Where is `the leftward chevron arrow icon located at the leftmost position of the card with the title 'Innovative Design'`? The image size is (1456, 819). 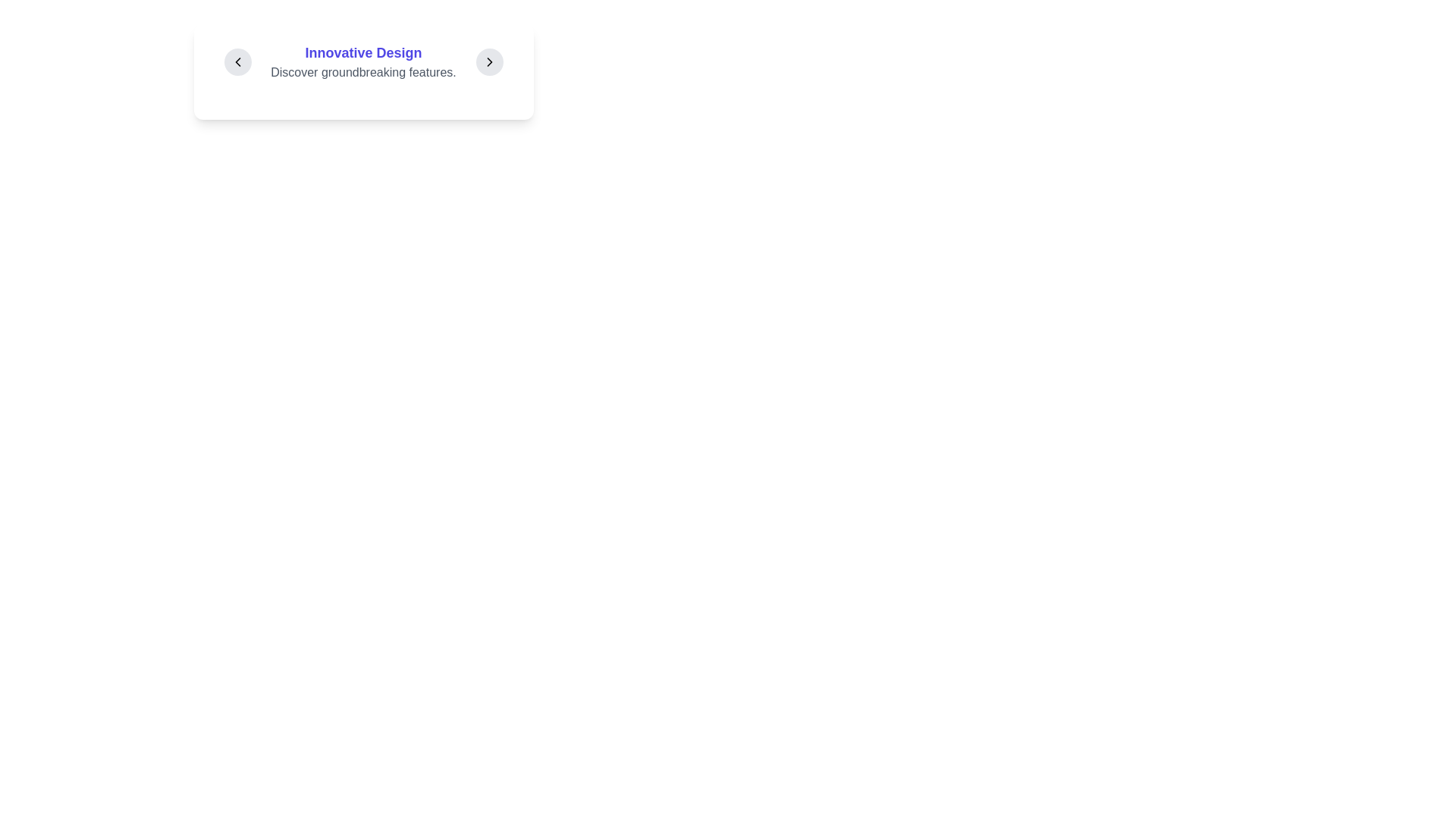 the leftward chevron arrow icon located at the leftmost position of the card with the title 'Innovative Design' is located at coordinates (237, 61).